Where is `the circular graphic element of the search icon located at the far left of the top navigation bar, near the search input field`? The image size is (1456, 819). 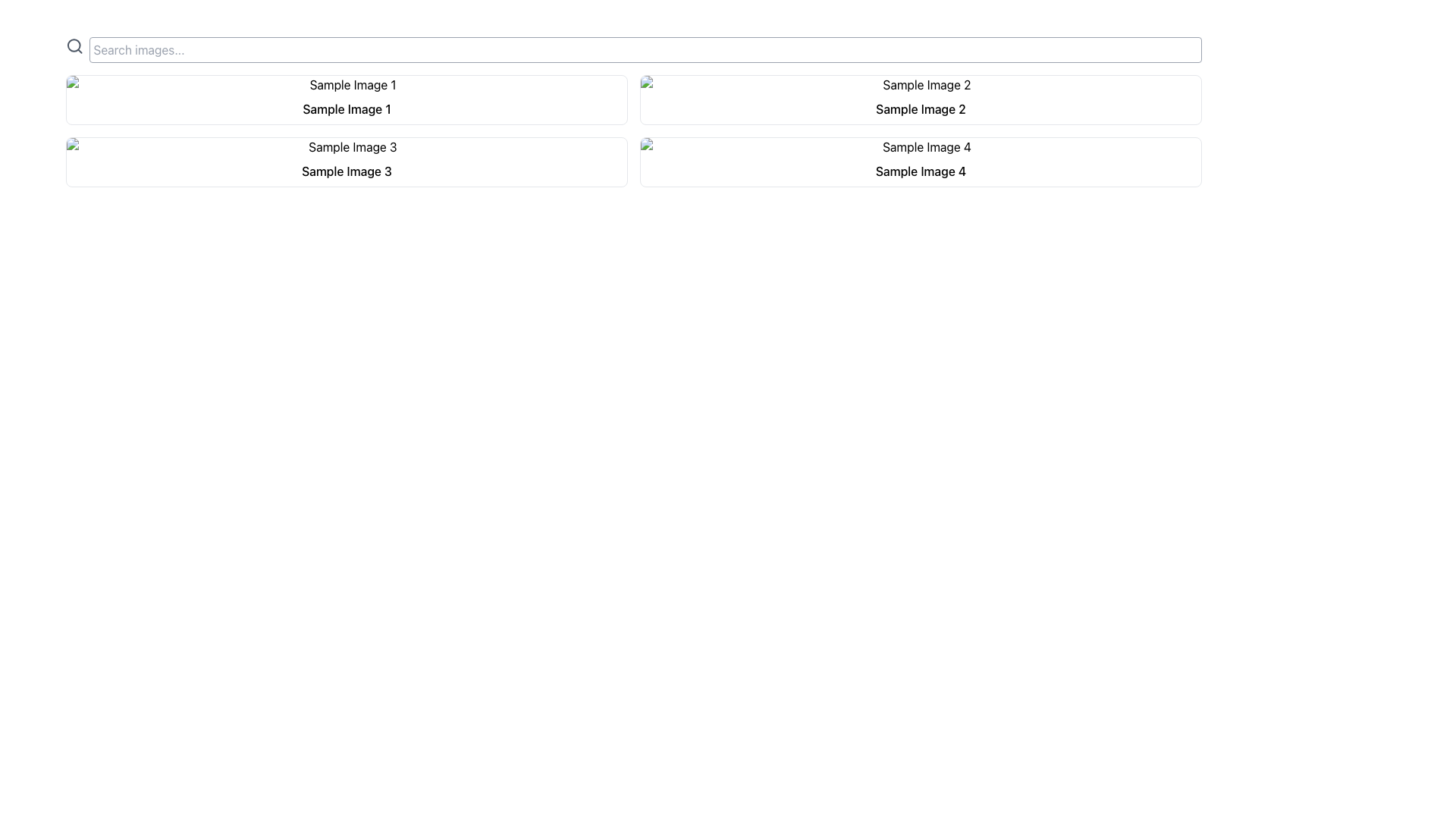
the circular graphic element of the search icon located at the far left of the top navigation bar, near the search input field is located at coordinates (73, 45).